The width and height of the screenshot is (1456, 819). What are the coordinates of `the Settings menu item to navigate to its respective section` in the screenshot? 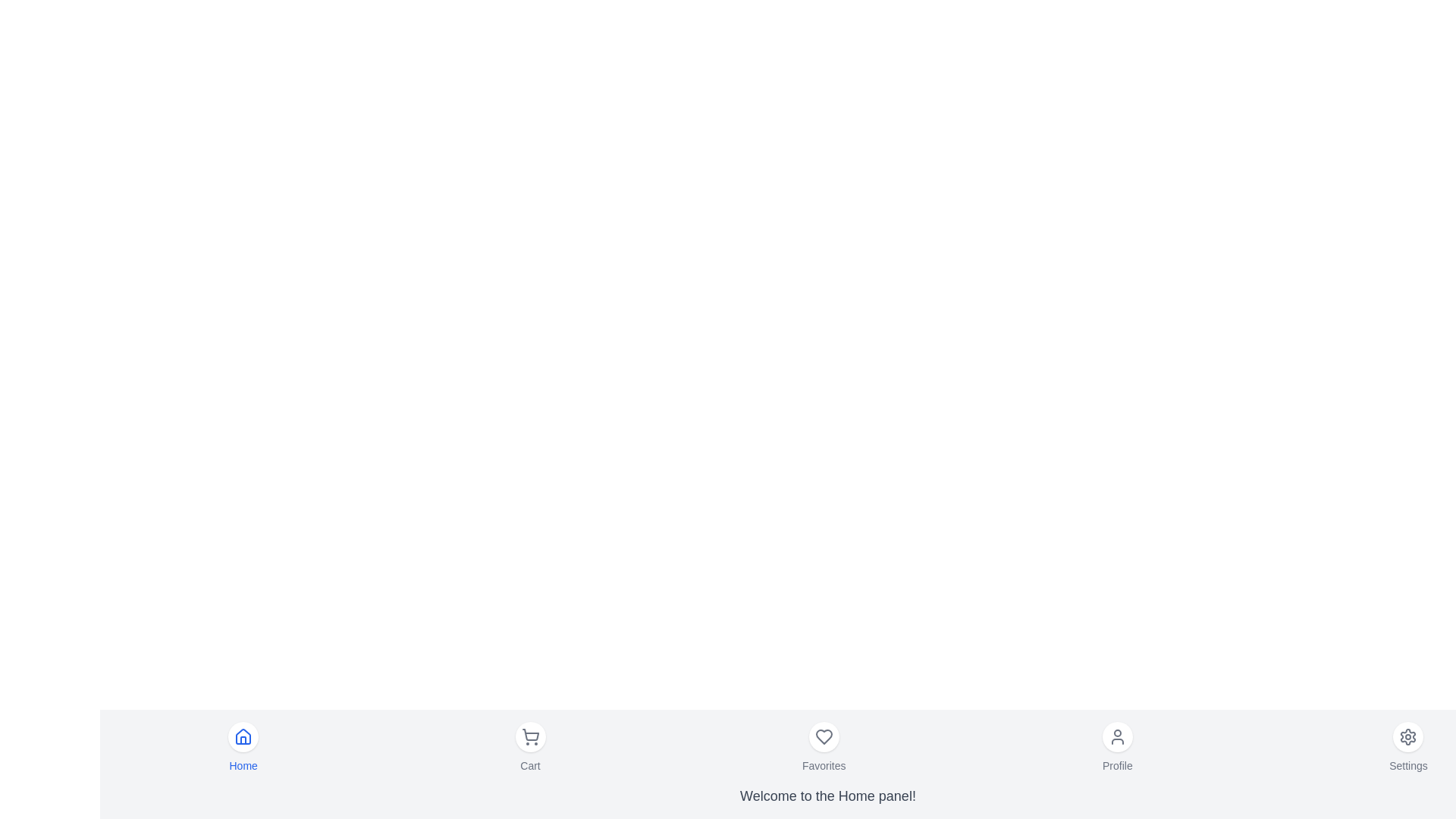 It's located at (1407, 747).